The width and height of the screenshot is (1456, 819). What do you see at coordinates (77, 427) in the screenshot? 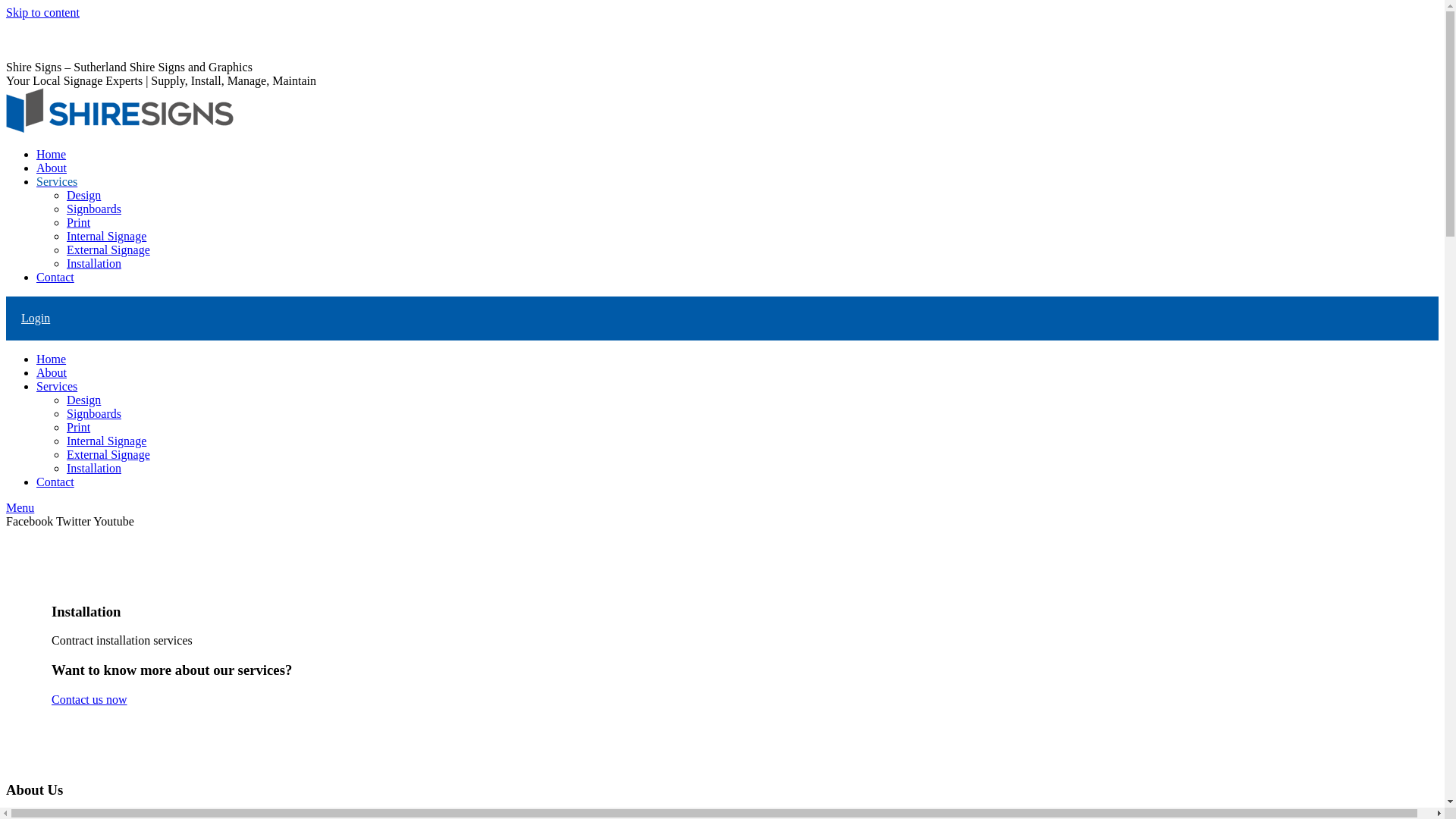
I see `'Print'` at bounding box center [77, 427].